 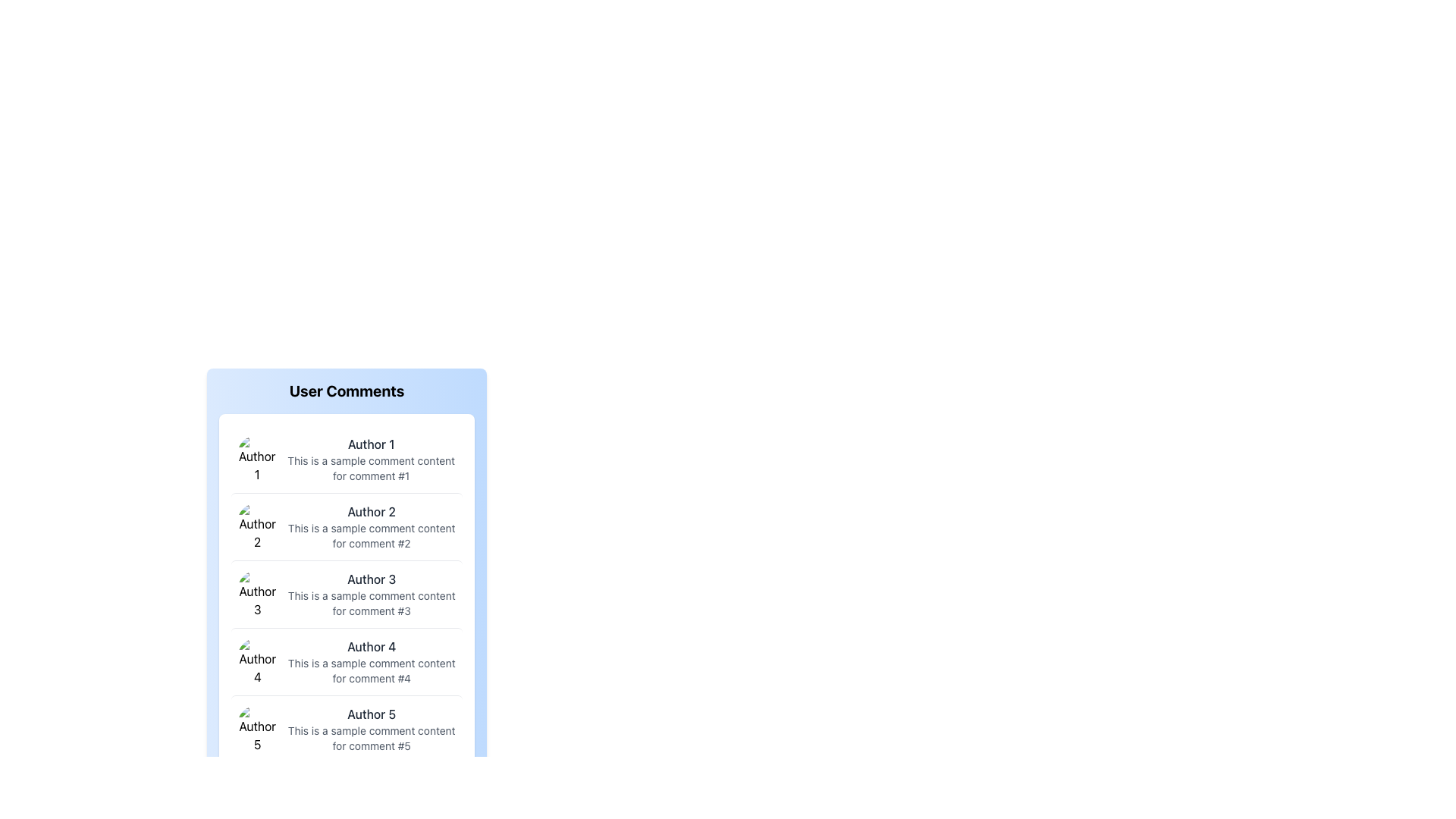 What do you see at coordinates (372, 714) in the screenshot?
I see `the text label 'Author 5' in the comment section, which is styled in a medium-weight font and dark gray color, positioned above the comment content` at bounding box center [372, 714].